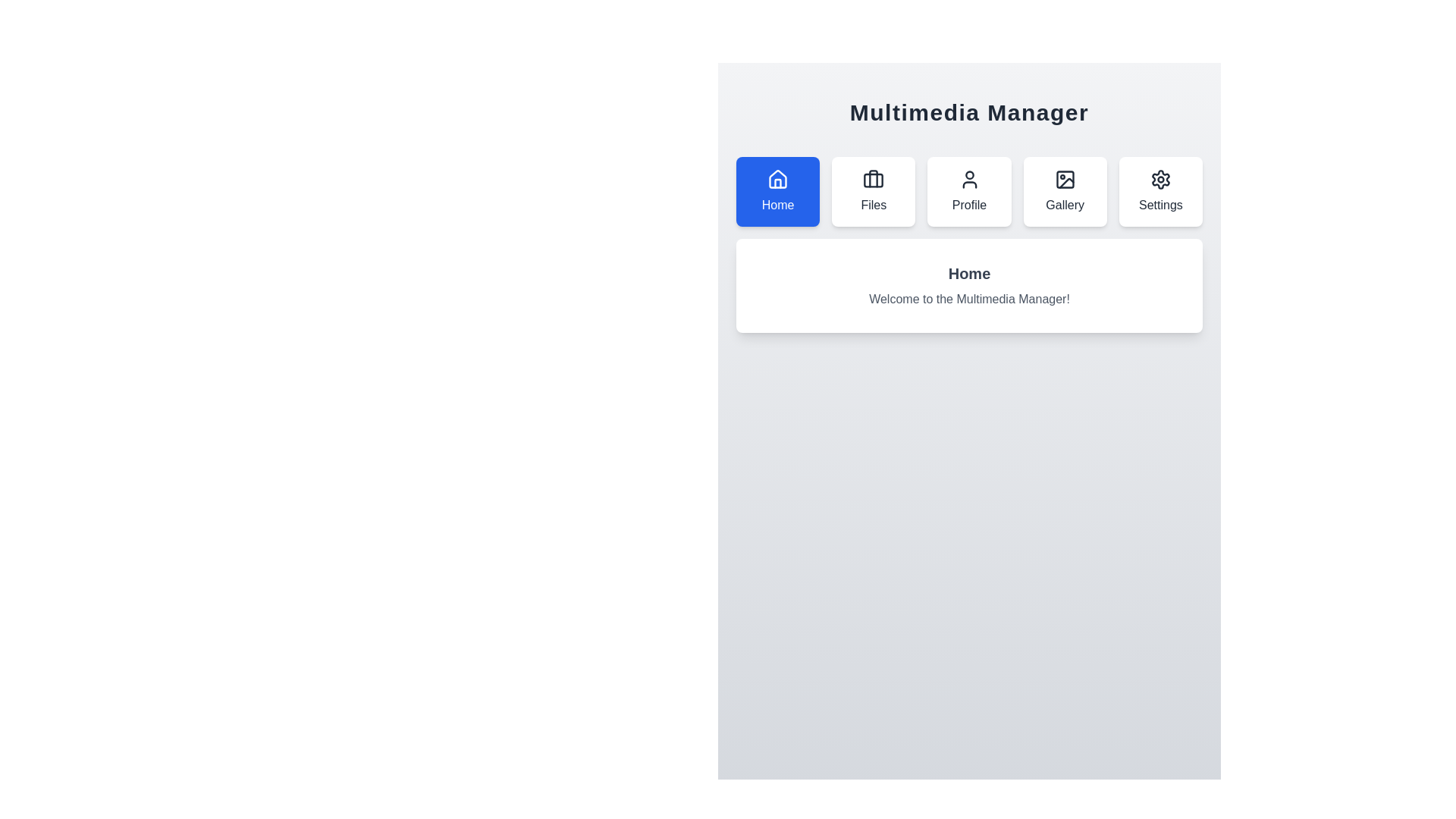 This screenshot has width=1456, height=819. Describe the element at coordinates (874, 178) in the screenshot. I see `the briefcase-like icon in the 'Files' button of the horizontal navigation menu, which is located between the 'Home' and 'Profile' buttons` at that location.